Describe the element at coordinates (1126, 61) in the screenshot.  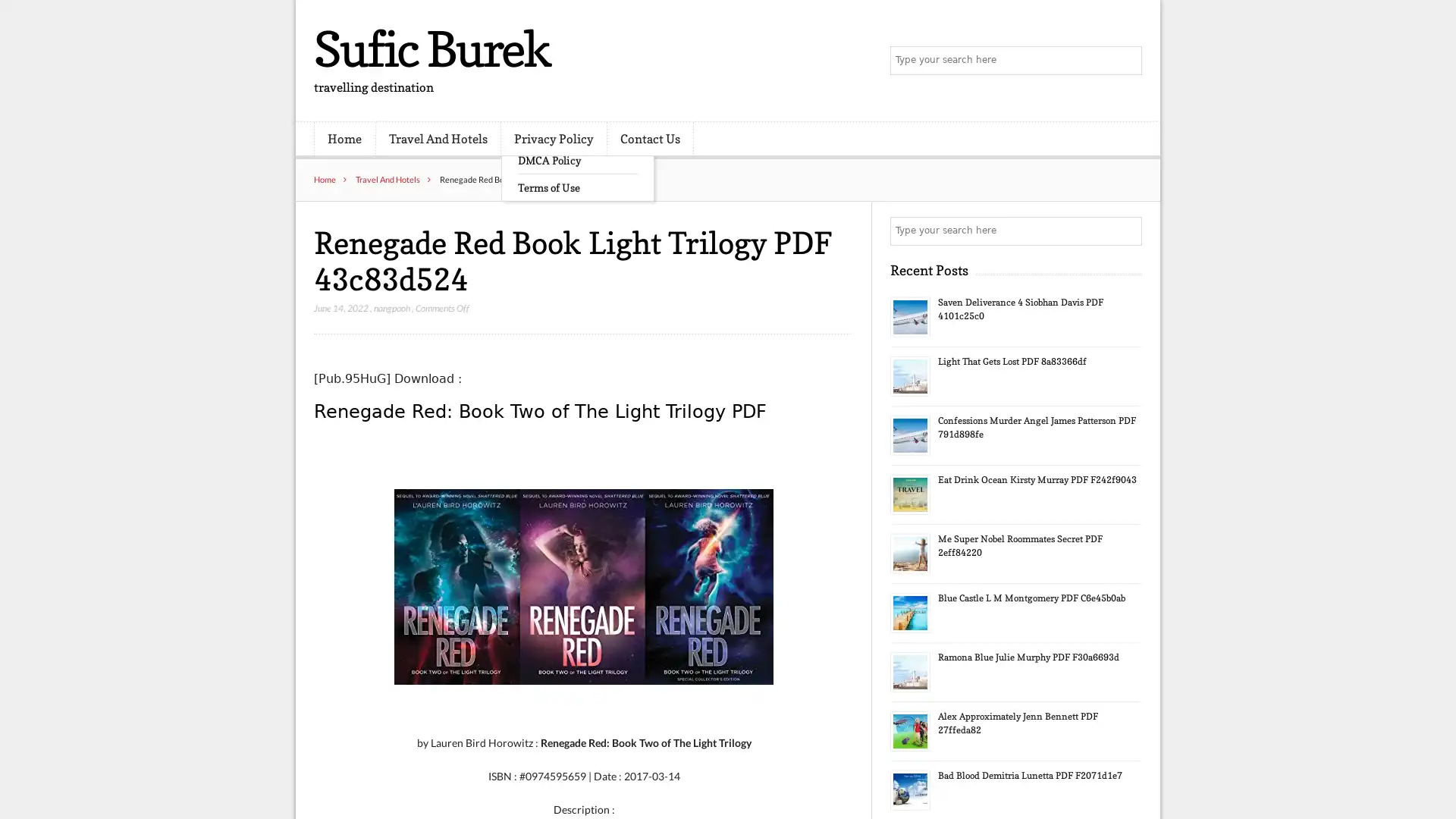
I see `Search` at that location.